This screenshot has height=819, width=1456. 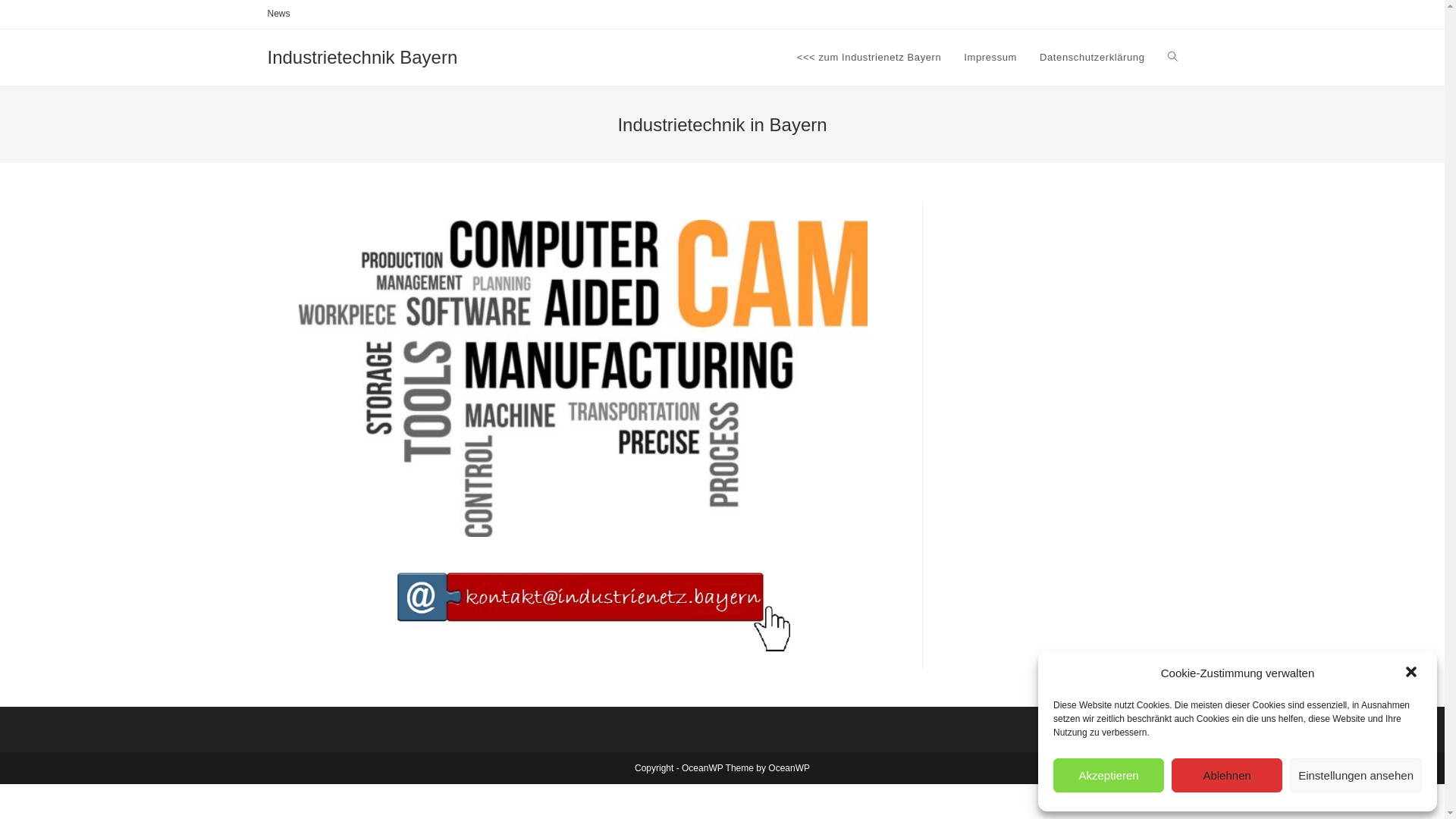 I want to click on 'Einstellungen ansehen', so click(x=1356, y=775).